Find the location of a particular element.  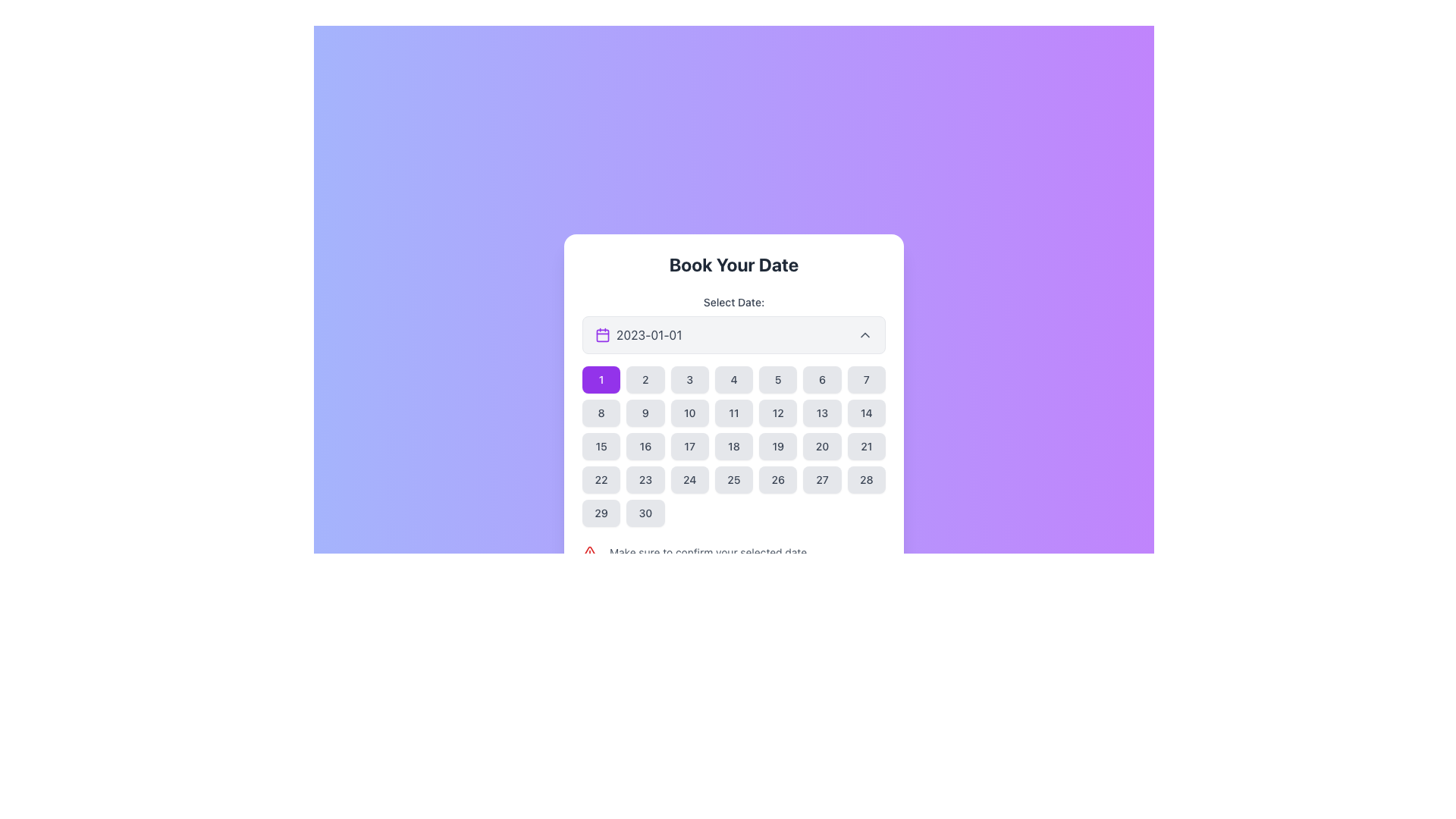

the text label that displays the message 'Make sure to confirm your selected date', which is styled in a small gray font and located next to a caution symbol in the date selection controls is located at coordinates (708, 553).